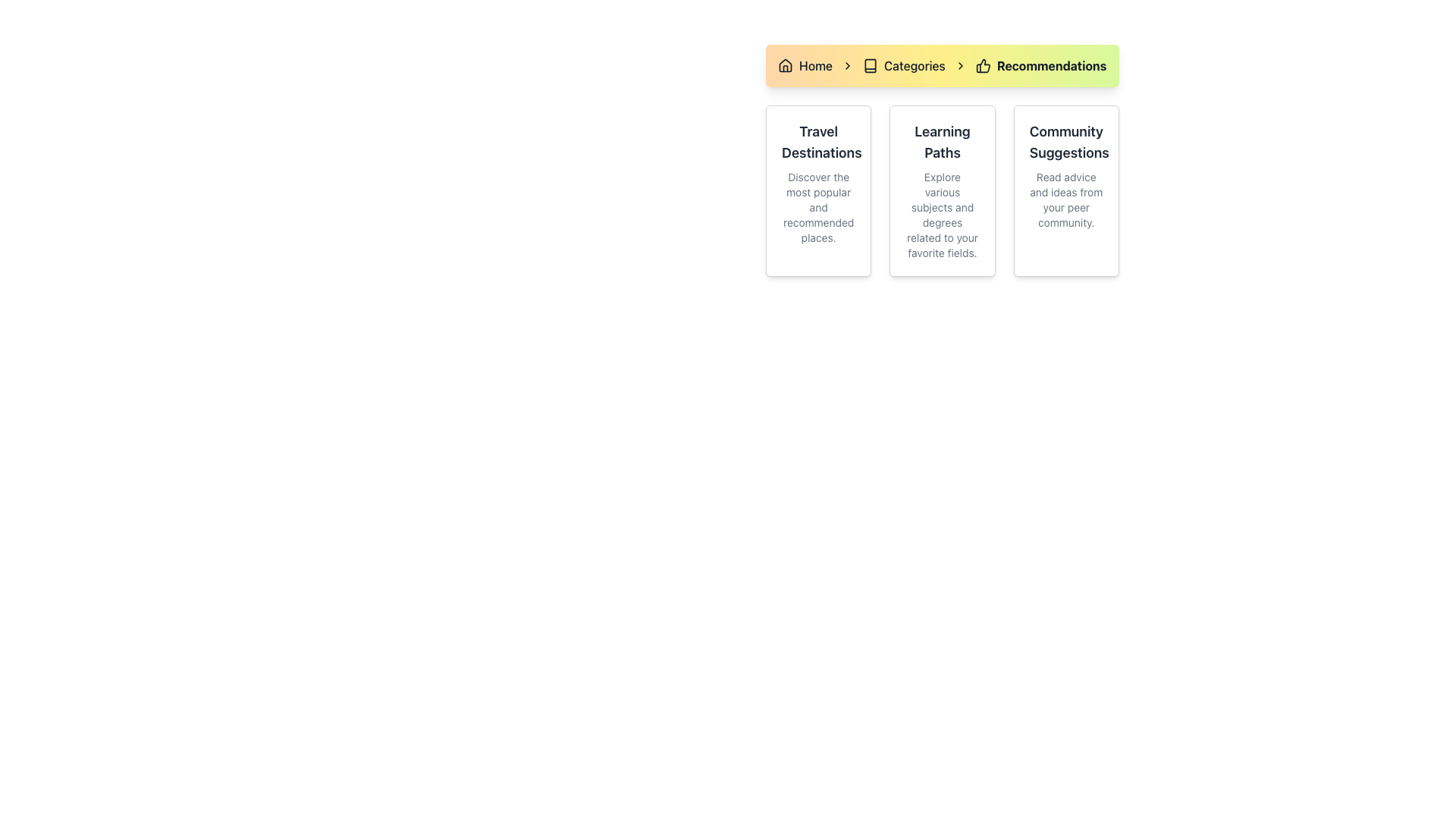  What do you see at coordinates (983, 65) in the screenshot?
I see `the thumbs-up icon located in the breadcrumb navigation bar labeled 'Recommendations', positioned to the left of the text` at bounding box center [983, 65].